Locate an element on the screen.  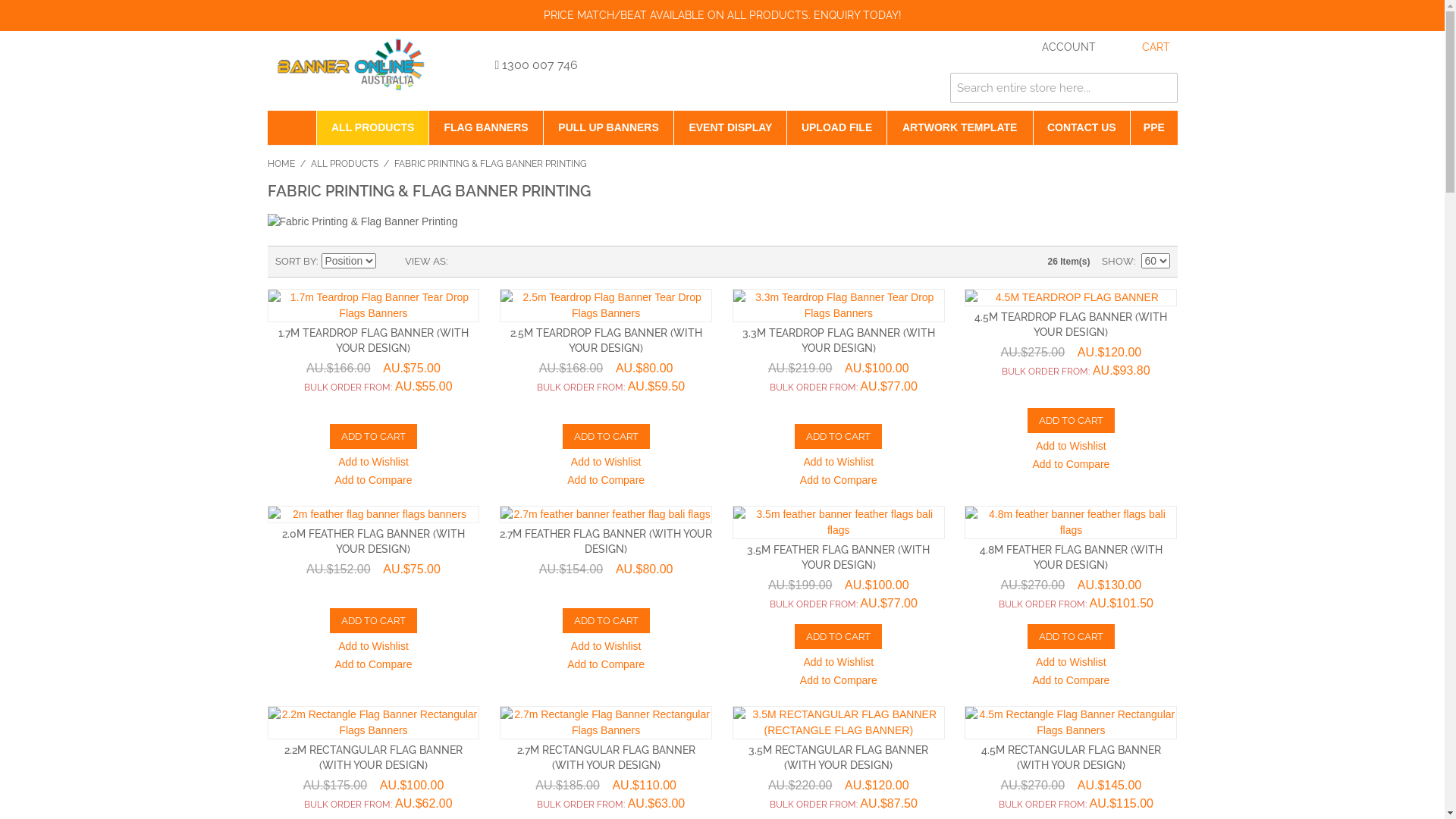
'ACCOUNT' is located at coordinates (1053, 46).